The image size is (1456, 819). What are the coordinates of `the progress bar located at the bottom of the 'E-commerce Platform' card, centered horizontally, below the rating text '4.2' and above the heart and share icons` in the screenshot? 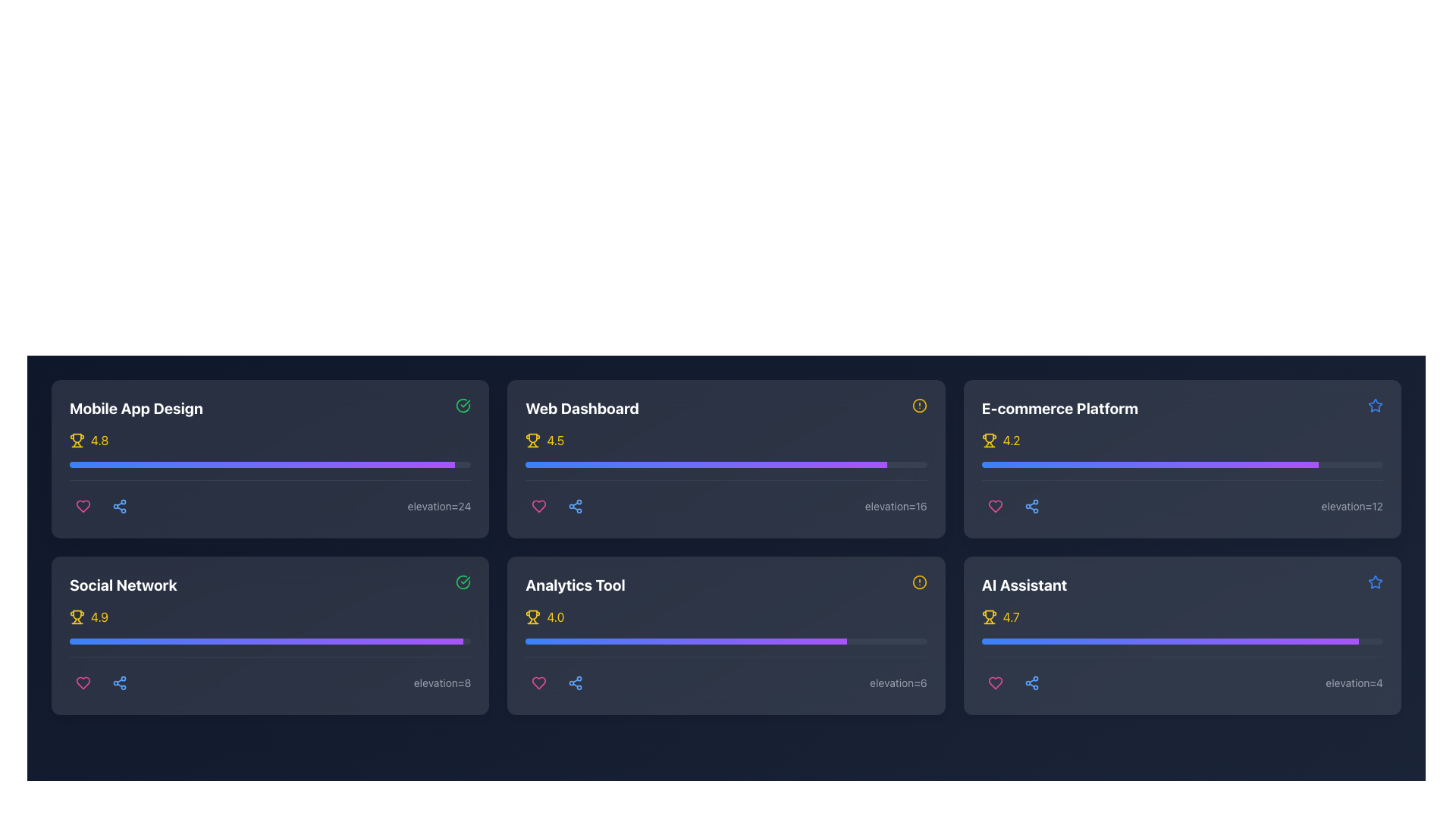 It's located at (1181, 464).